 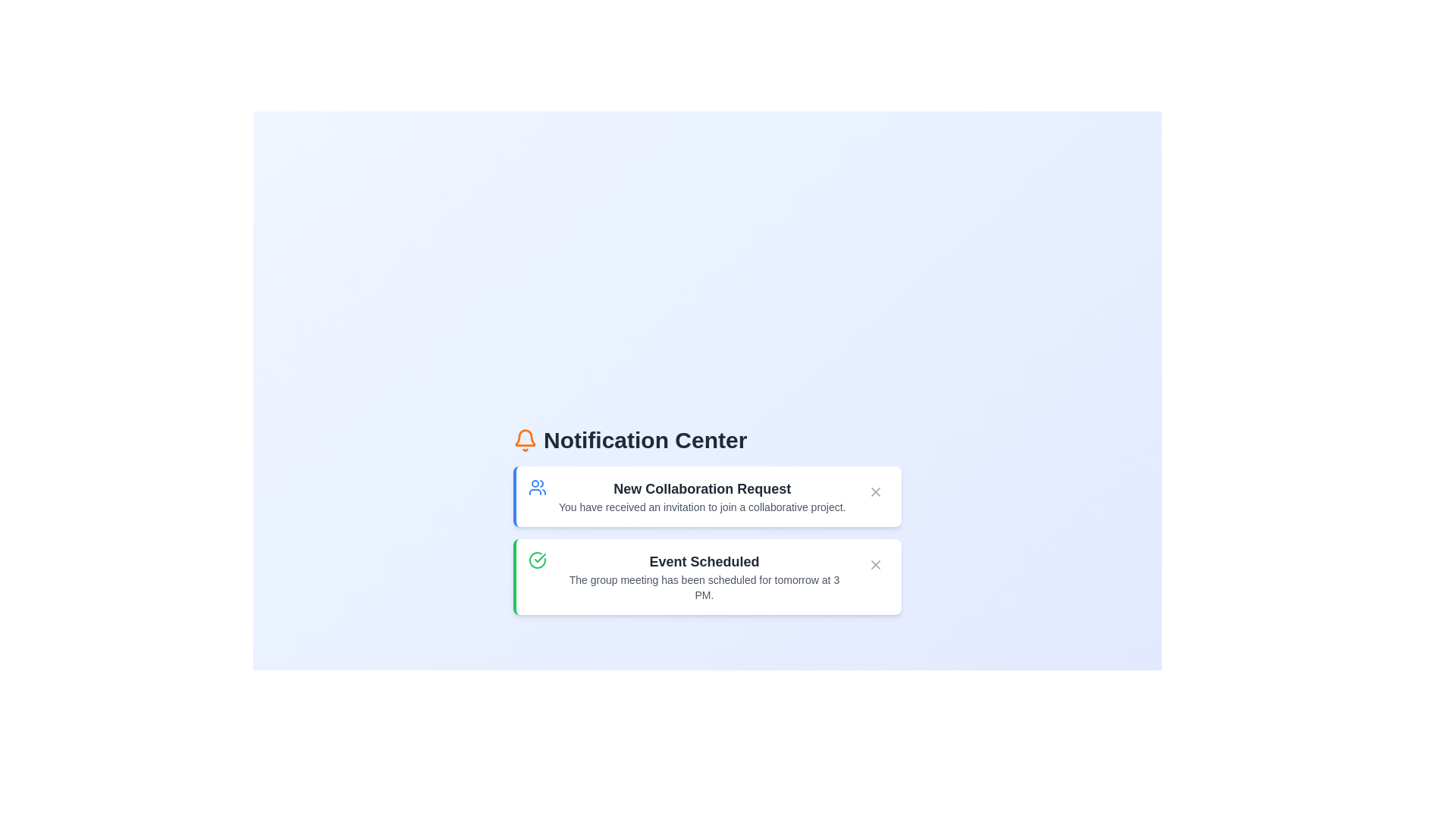 I want to click on message from the second item inside the 'New Collaboration Request' notification, located below the bolded title text, so click(x=701, y=507).